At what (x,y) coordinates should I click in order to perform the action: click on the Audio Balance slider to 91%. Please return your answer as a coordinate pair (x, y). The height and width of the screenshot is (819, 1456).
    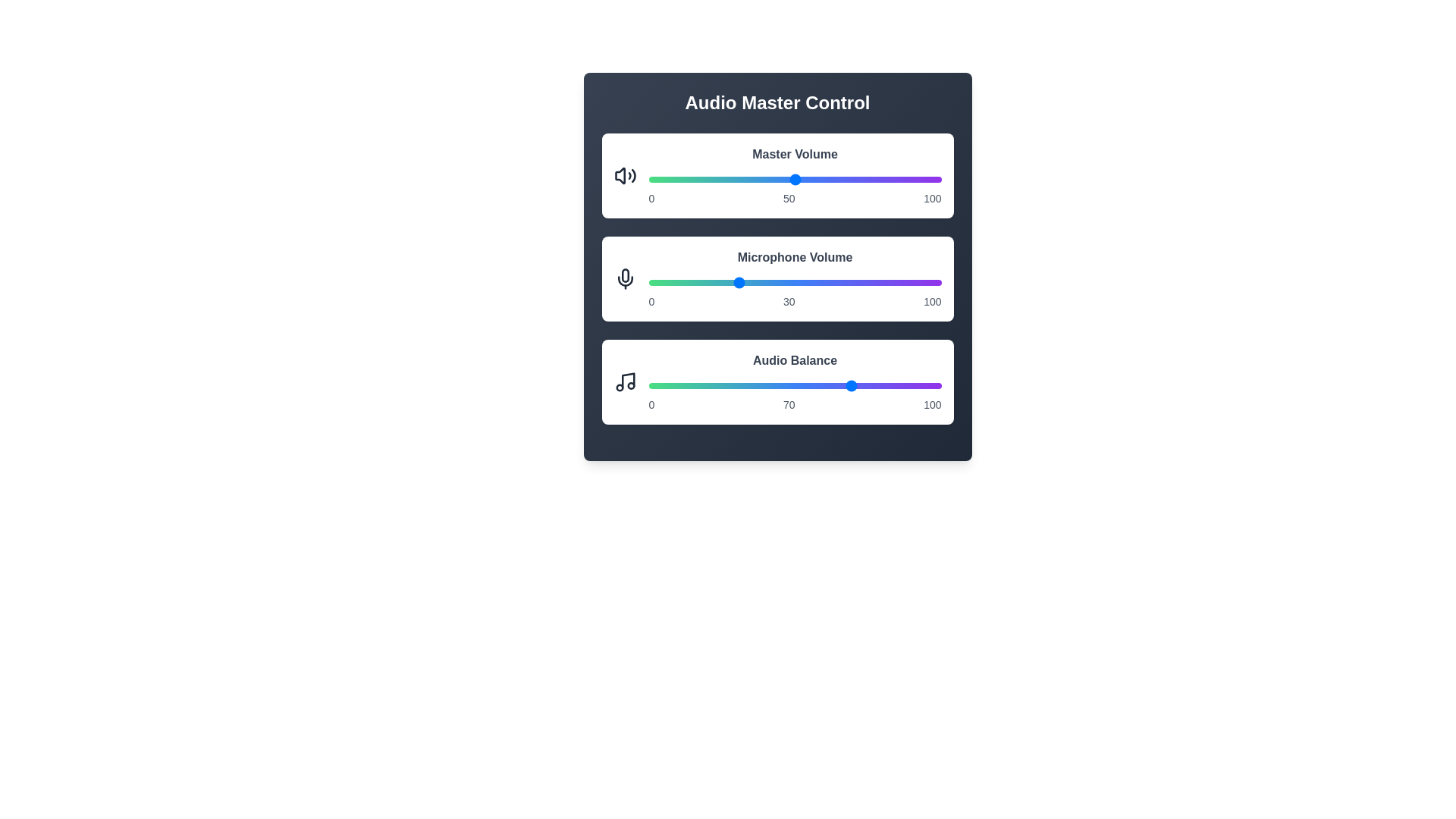
    Looking at the image, I should click on (914, 385).